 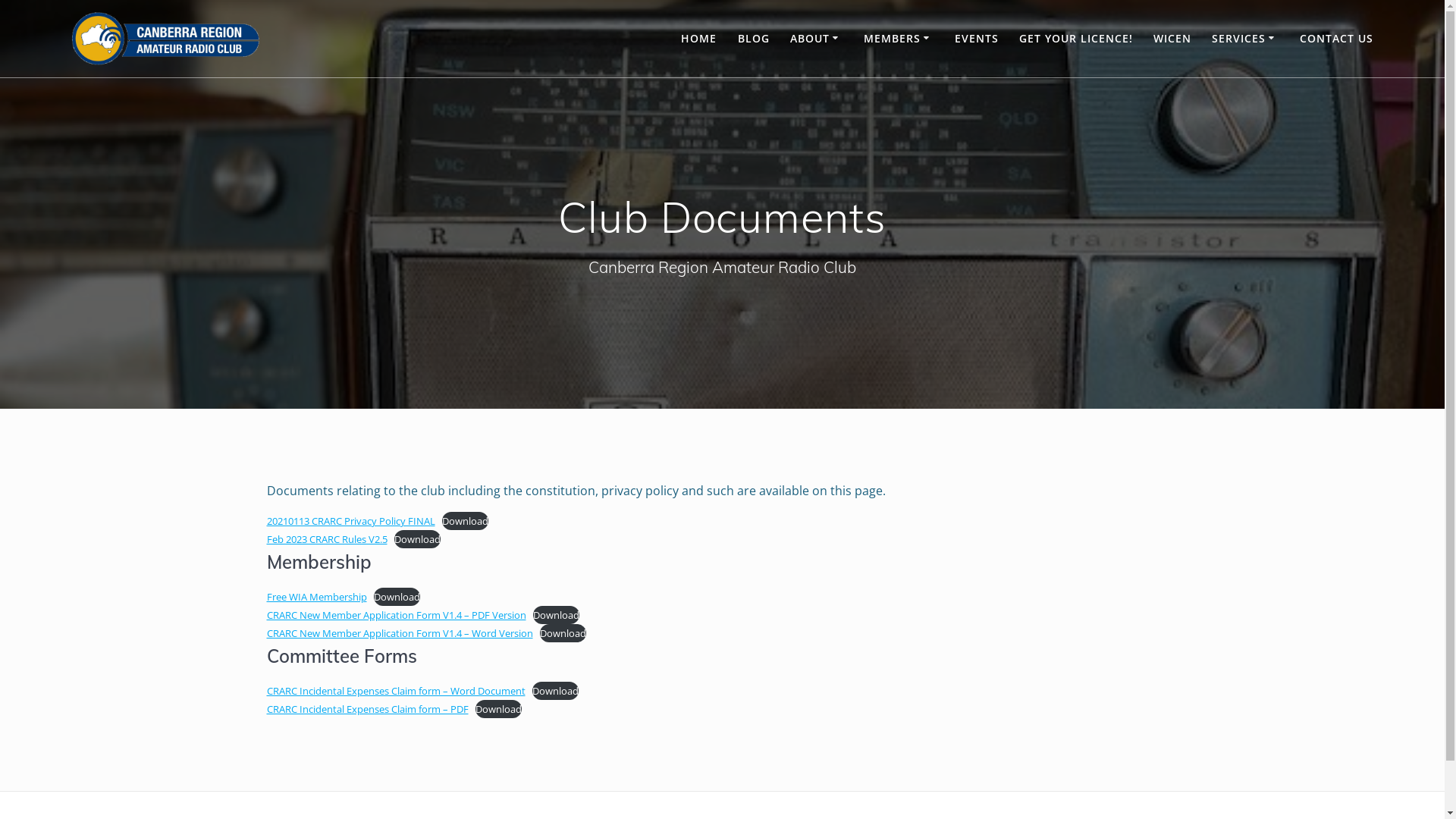 I want to click on 'ABOUT', so click(x=815, y=37).